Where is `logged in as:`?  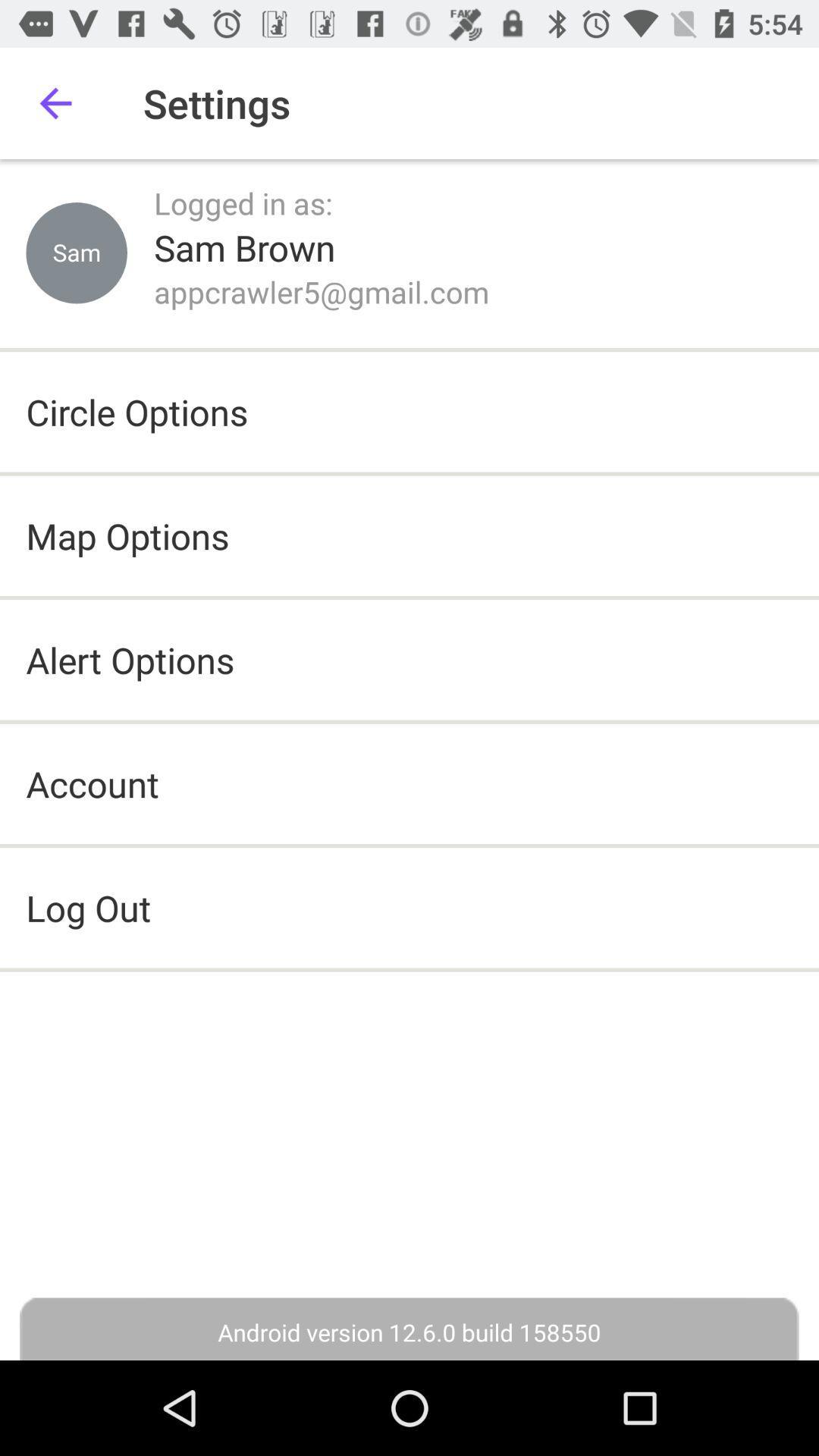
logged in as: is located at coordinates (242, 202).